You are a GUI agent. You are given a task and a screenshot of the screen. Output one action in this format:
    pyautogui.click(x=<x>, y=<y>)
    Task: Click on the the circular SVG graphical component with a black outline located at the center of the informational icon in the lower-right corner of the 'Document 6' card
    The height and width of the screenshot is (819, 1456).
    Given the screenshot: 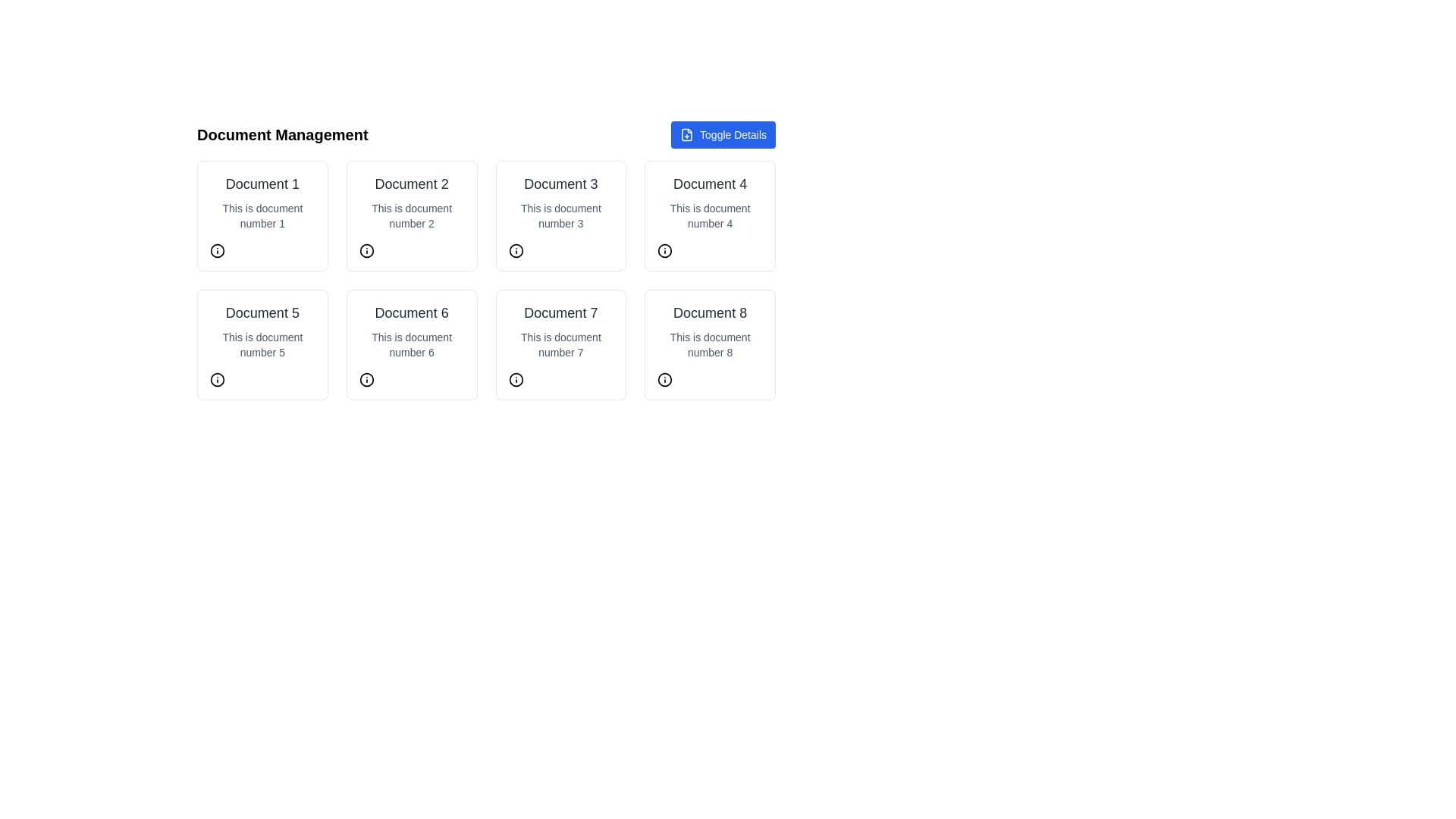 What is the action you would take?
    pyautogui.click(x=366, y=379)
    